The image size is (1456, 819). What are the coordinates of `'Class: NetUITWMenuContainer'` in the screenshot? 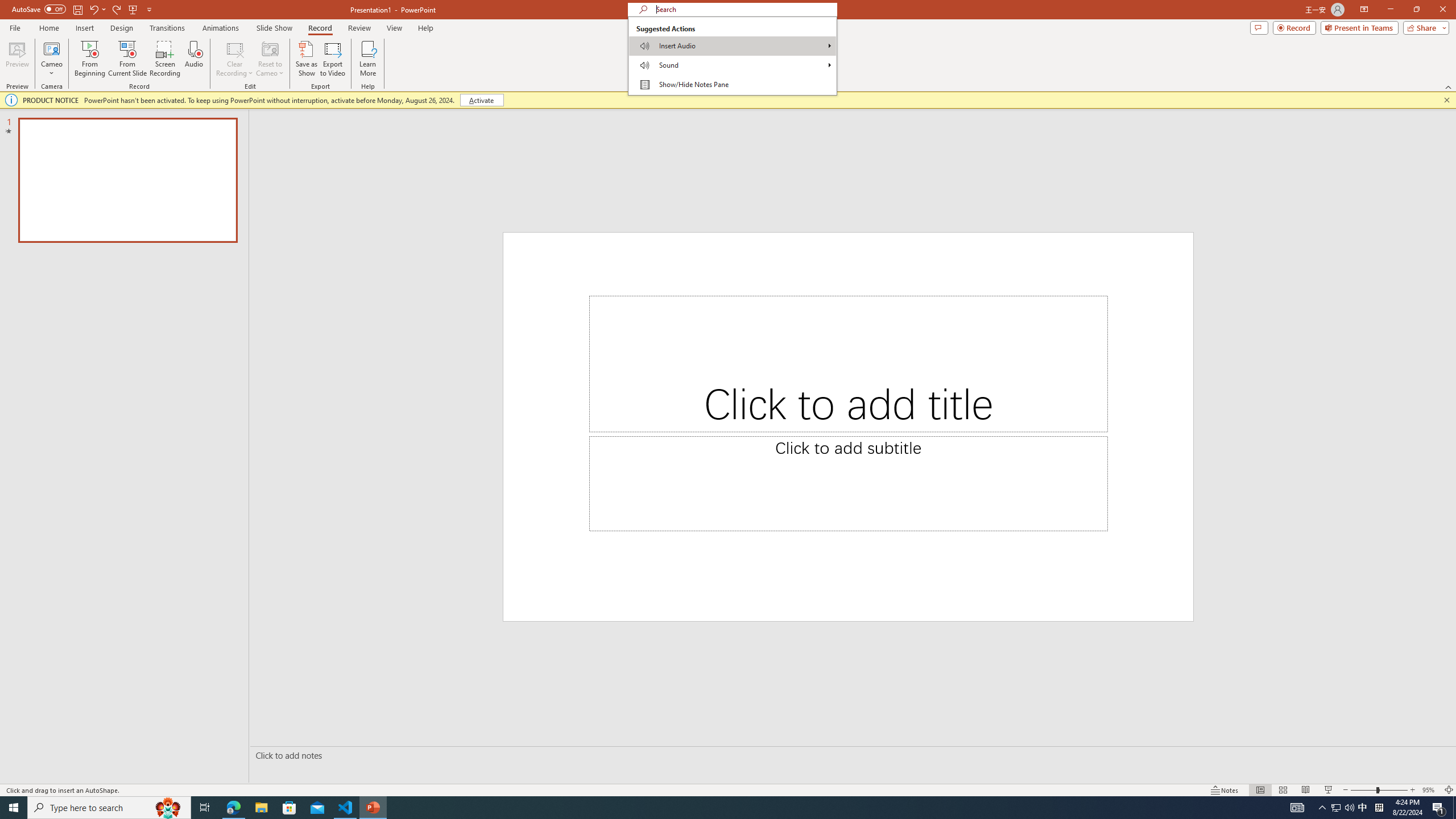 It's located at (732, 55).